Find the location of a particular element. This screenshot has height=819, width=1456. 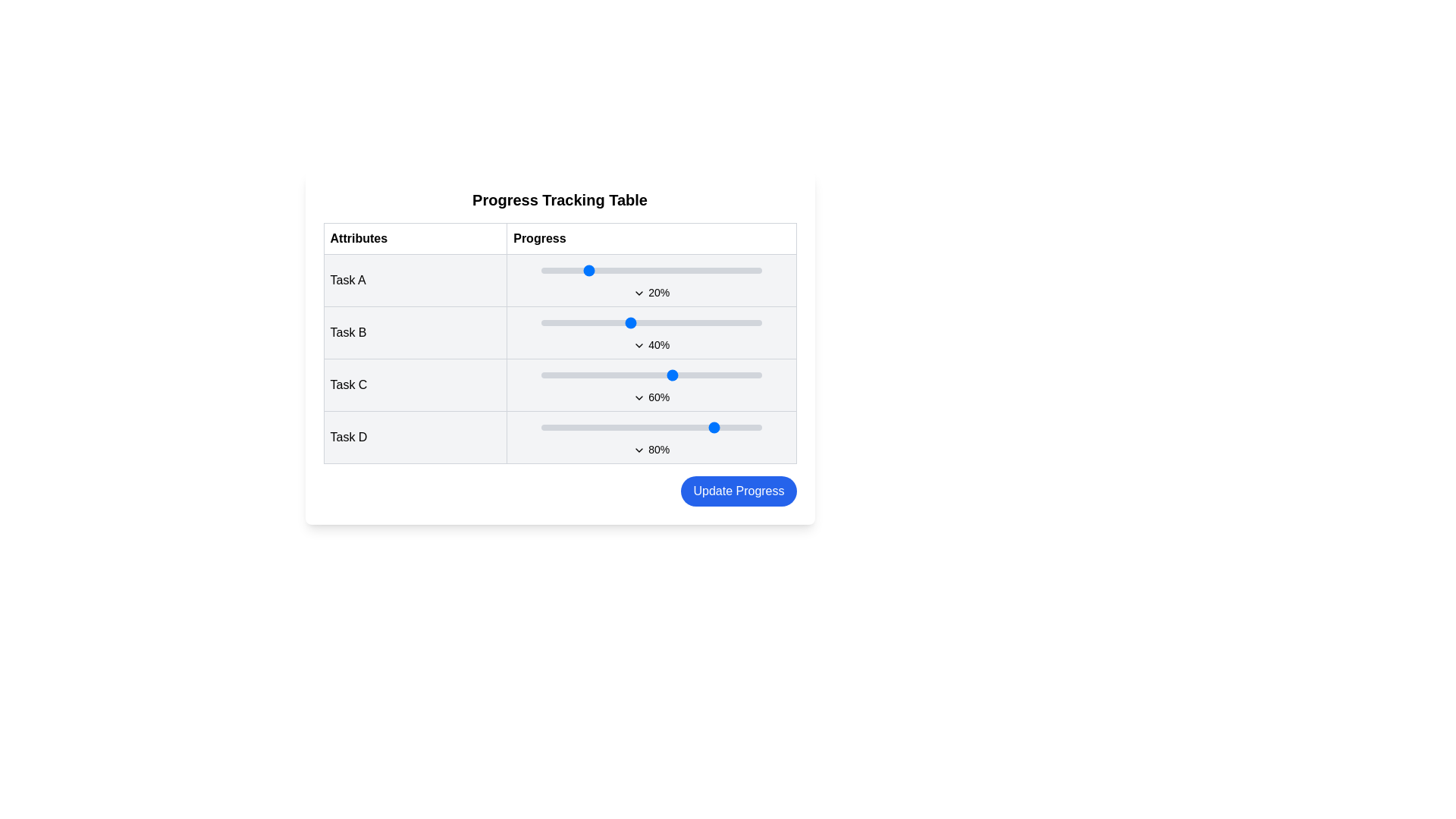

the downward-pointing arrow icon next to the '80%' text in the progress bar component is located at coordinates (651, 438).